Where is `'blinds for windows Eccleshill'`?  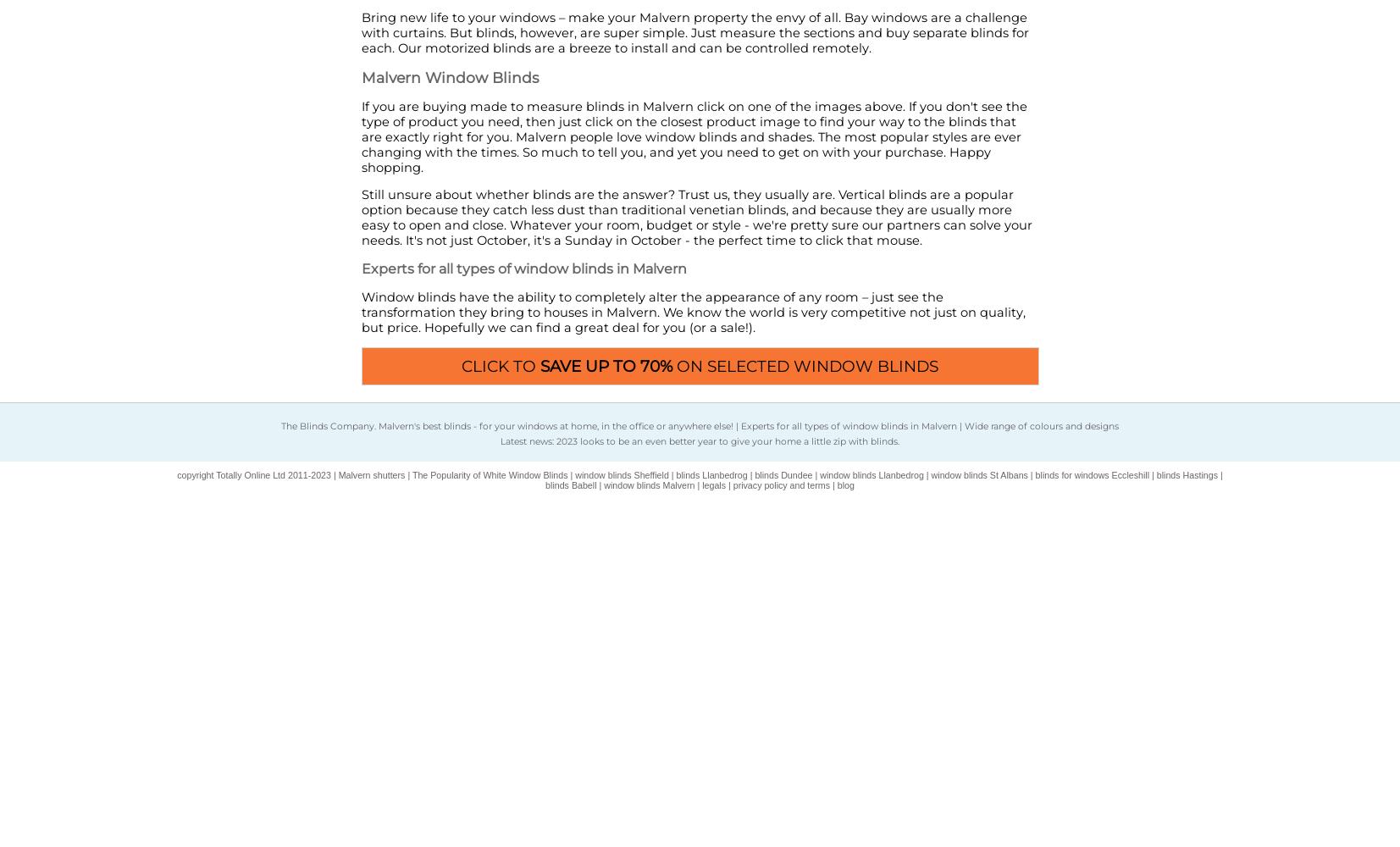
'blinds for windows Eccleshill' is located at coordinates (1092, 475).